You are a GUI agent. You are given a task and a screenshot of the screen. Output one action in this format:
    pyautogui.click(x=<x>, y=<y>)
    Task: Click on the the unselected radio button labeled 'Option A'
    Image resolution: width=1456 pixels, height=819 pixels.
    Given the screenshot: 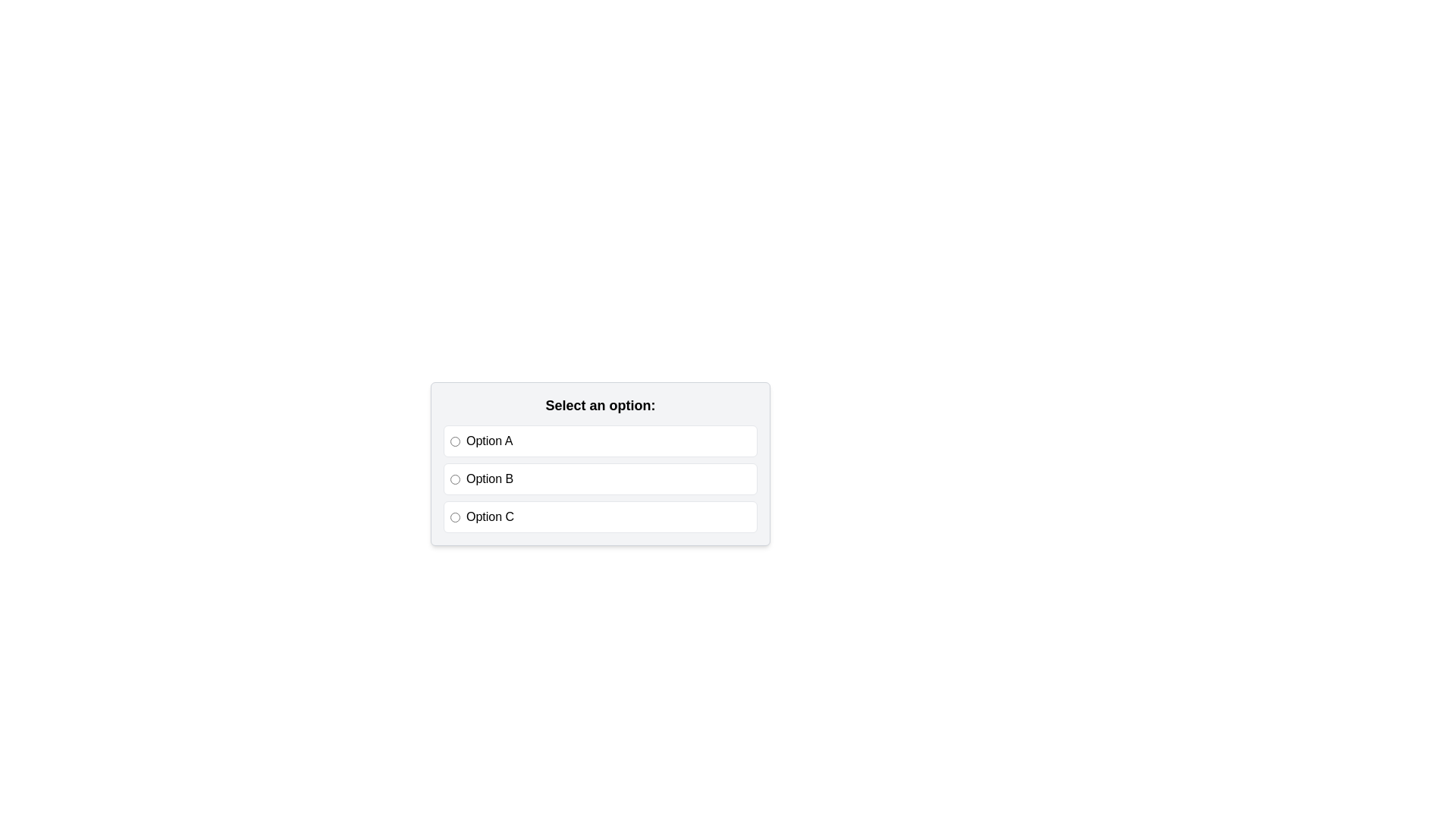 What is the action you would take?
    pyautogui.click(x=600, y=441)
    